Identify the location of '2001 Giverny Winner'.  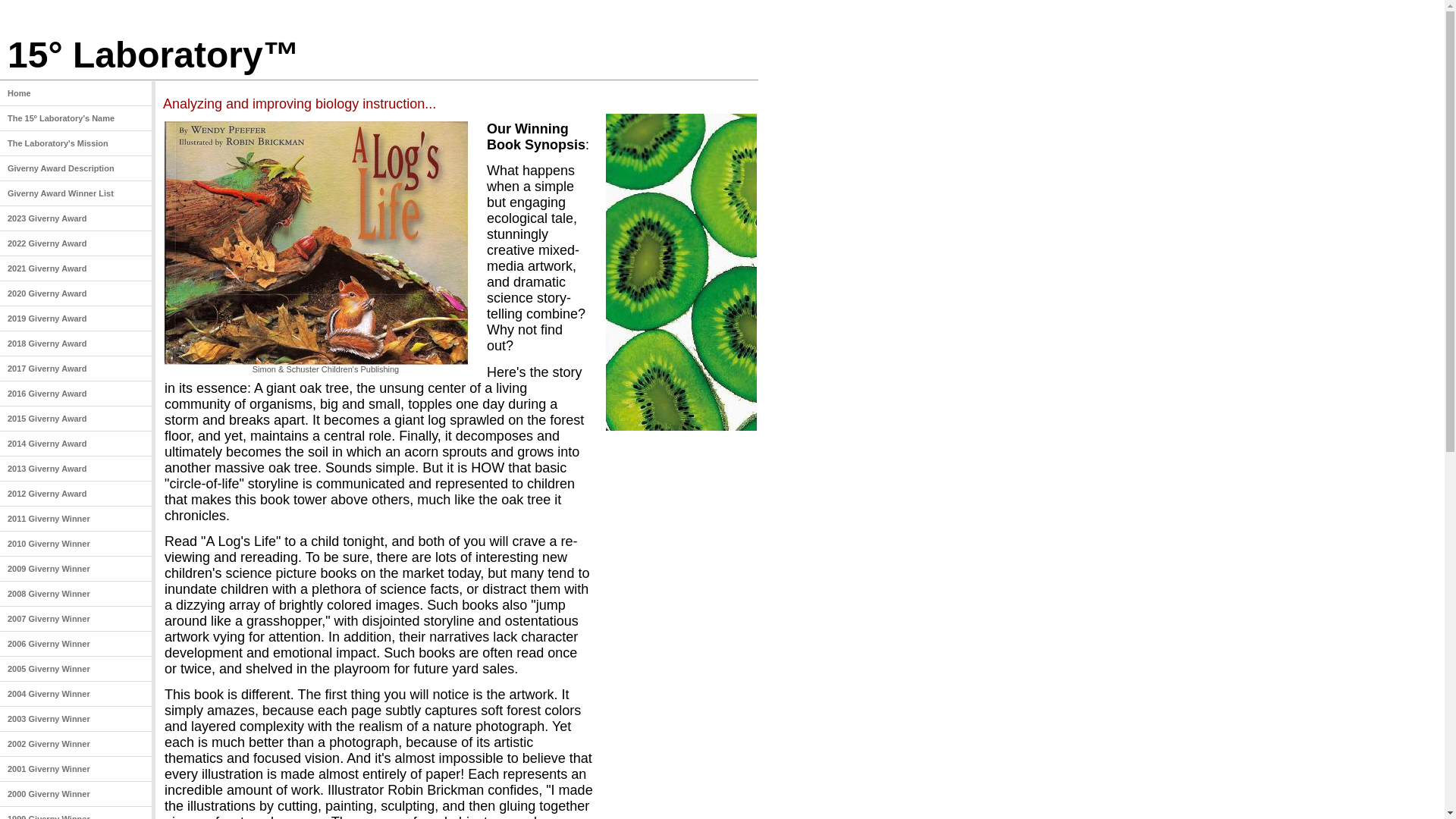
(75, 769).